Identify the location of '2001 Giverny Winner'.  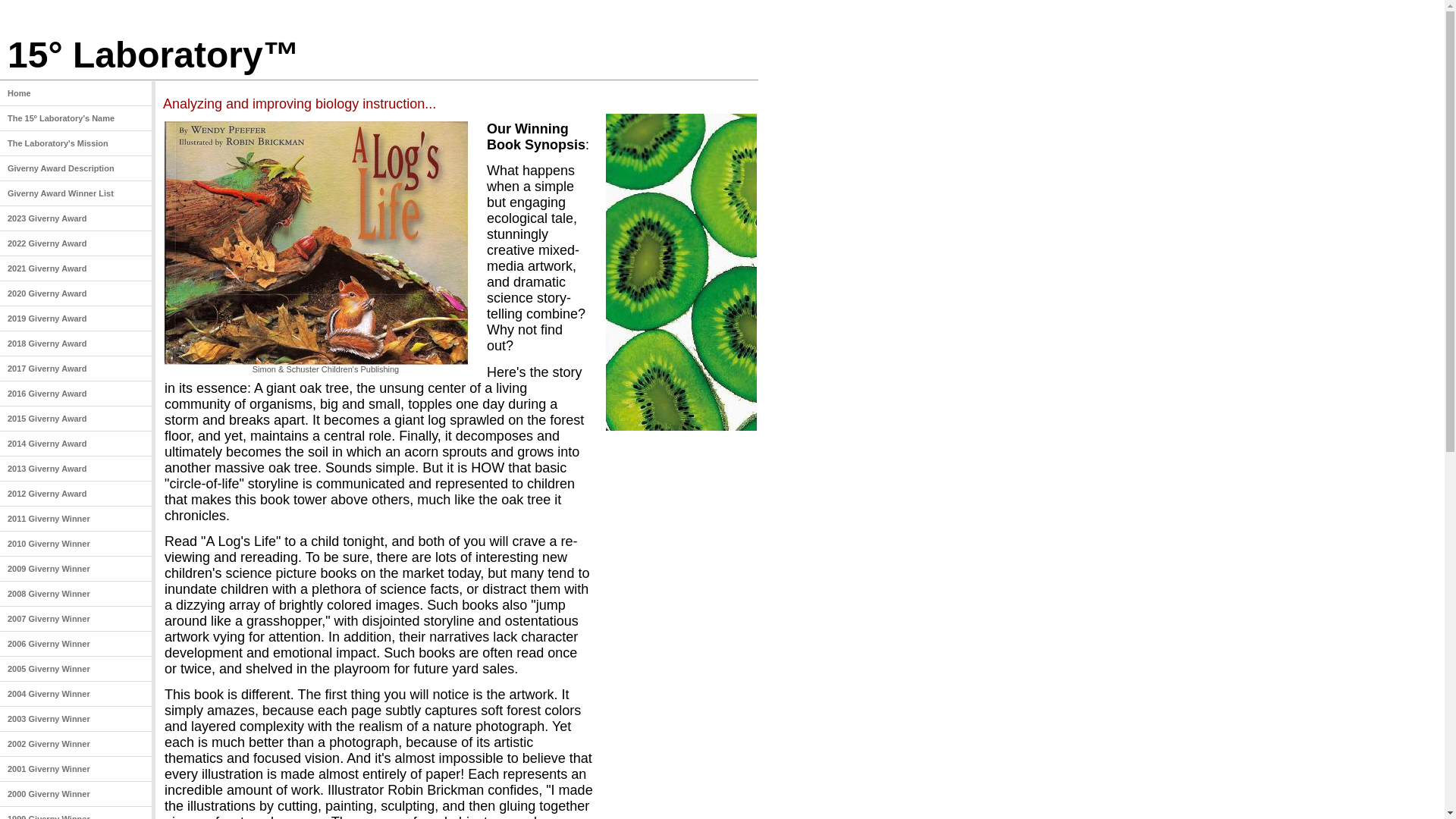
(75, 769).